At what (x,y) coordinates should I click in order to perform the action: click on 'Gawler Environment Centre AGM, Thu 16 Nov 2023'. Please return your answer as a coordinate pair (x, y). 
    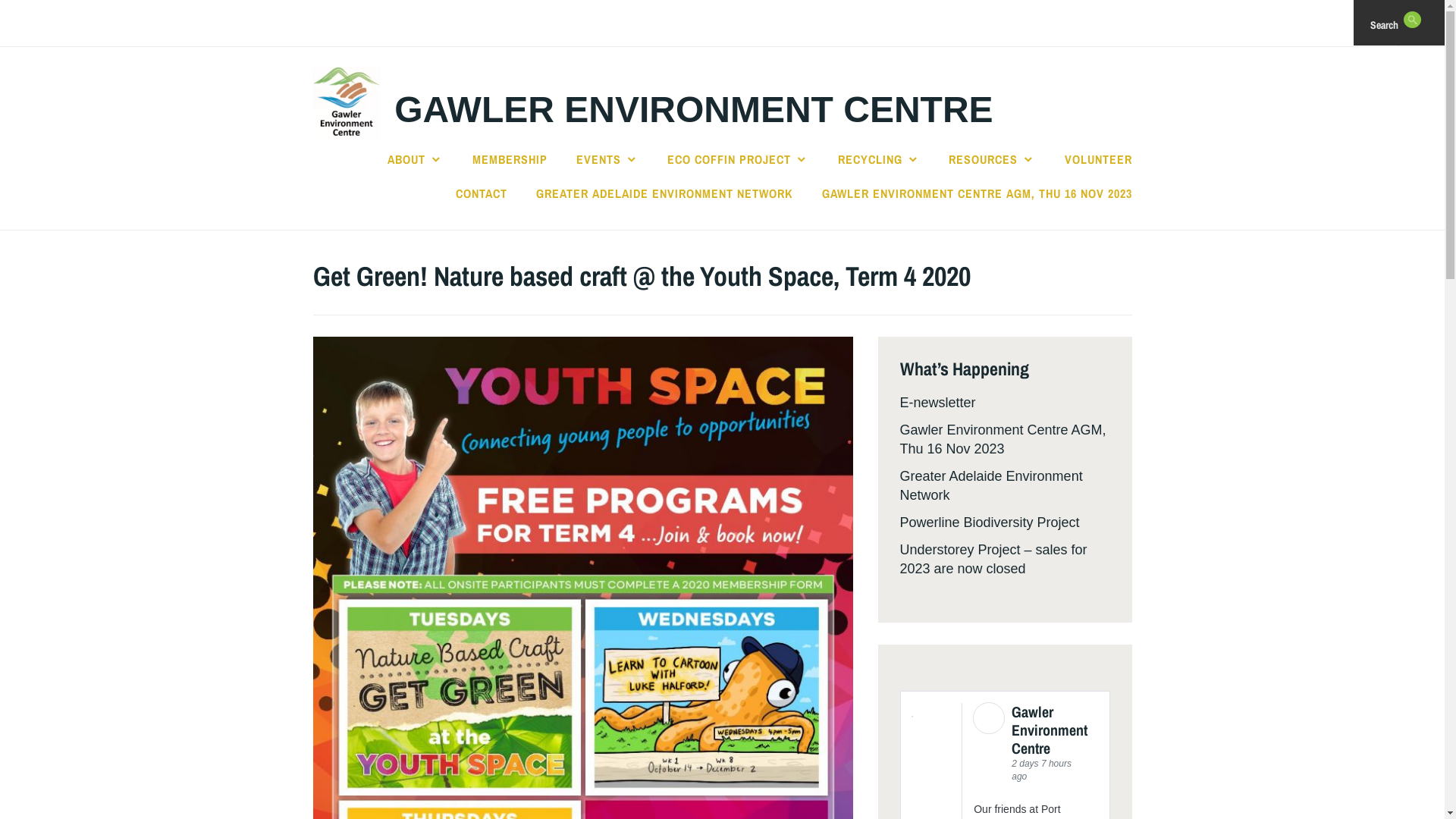
    Looking at the image, I should click on (1002, 439).